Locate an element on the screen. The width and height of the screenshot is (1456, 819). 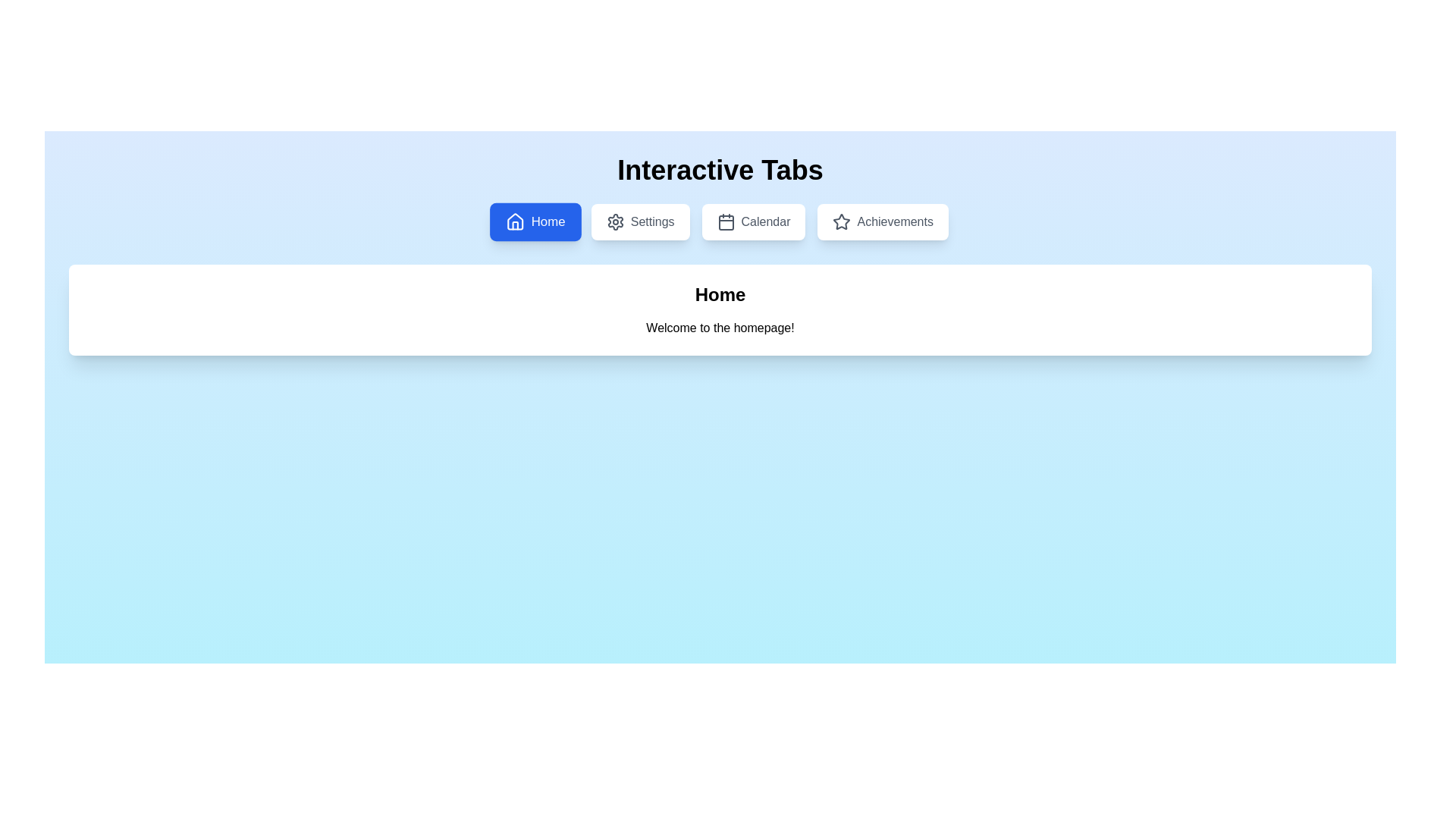
the tab labeled Settings to trigger its hover effect is located at coordinates (640, 222).